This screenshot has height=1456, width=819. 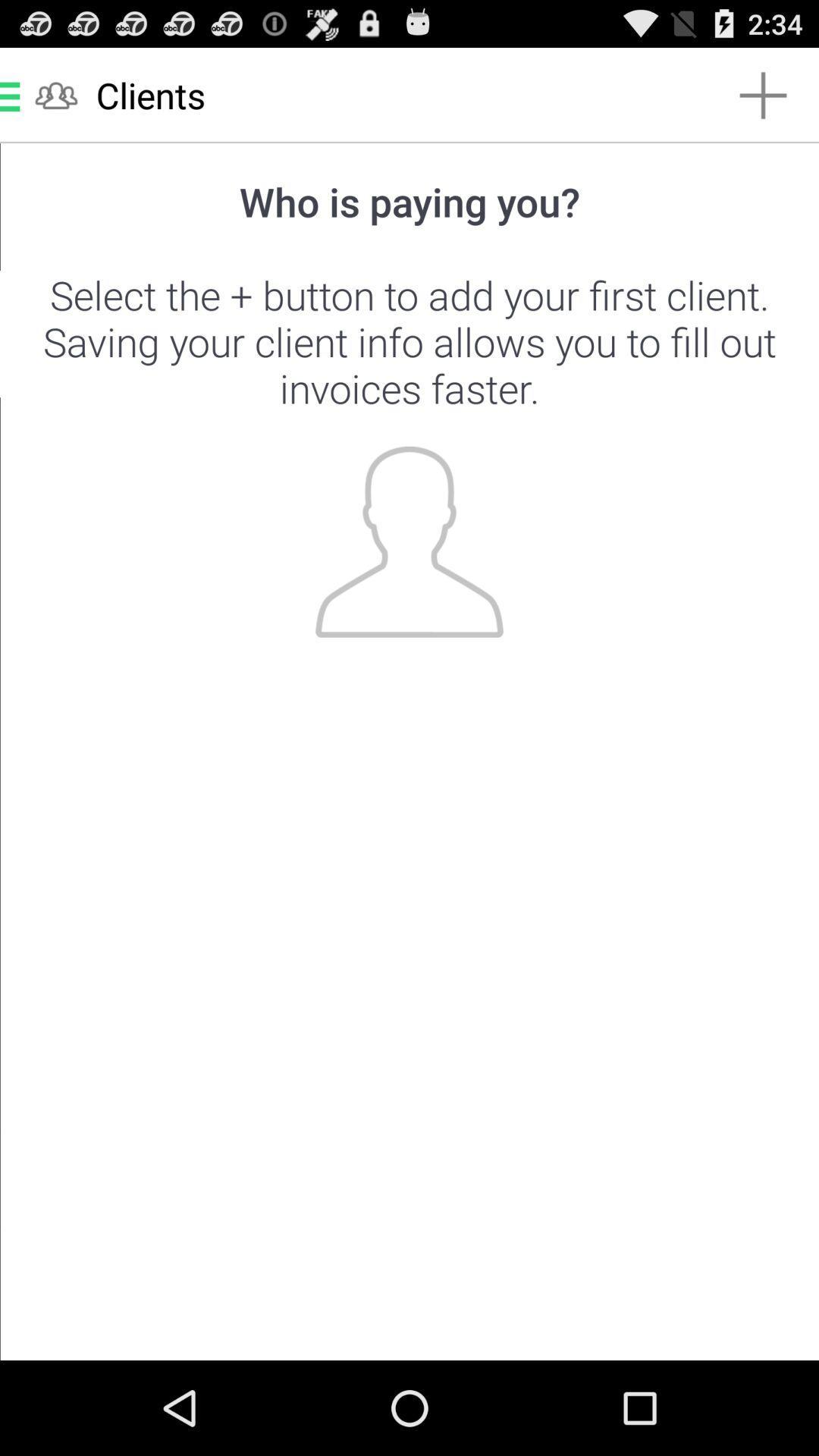 I want to click on new client information, so click(x=409, y=752).